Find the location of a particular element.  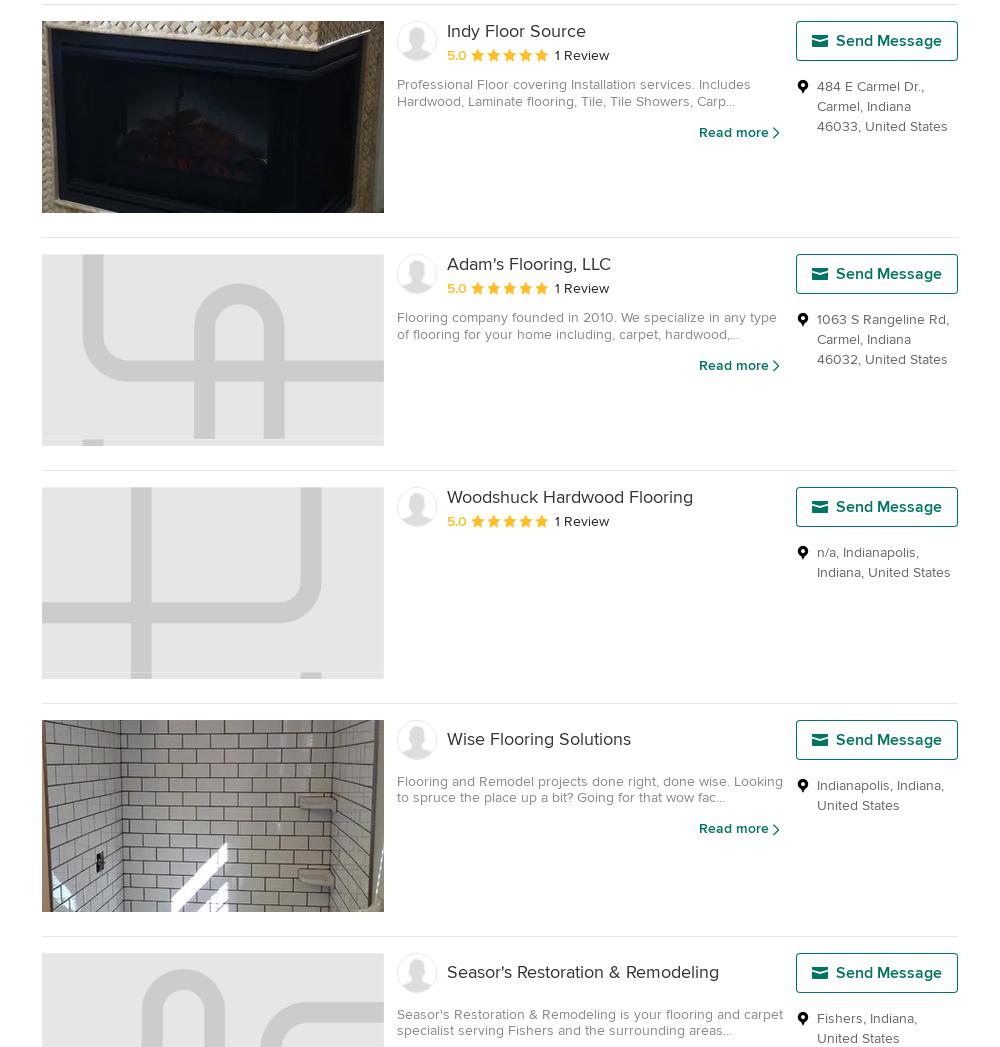

'484 E Carmel Dr.' is located at coordinates (868, 85).